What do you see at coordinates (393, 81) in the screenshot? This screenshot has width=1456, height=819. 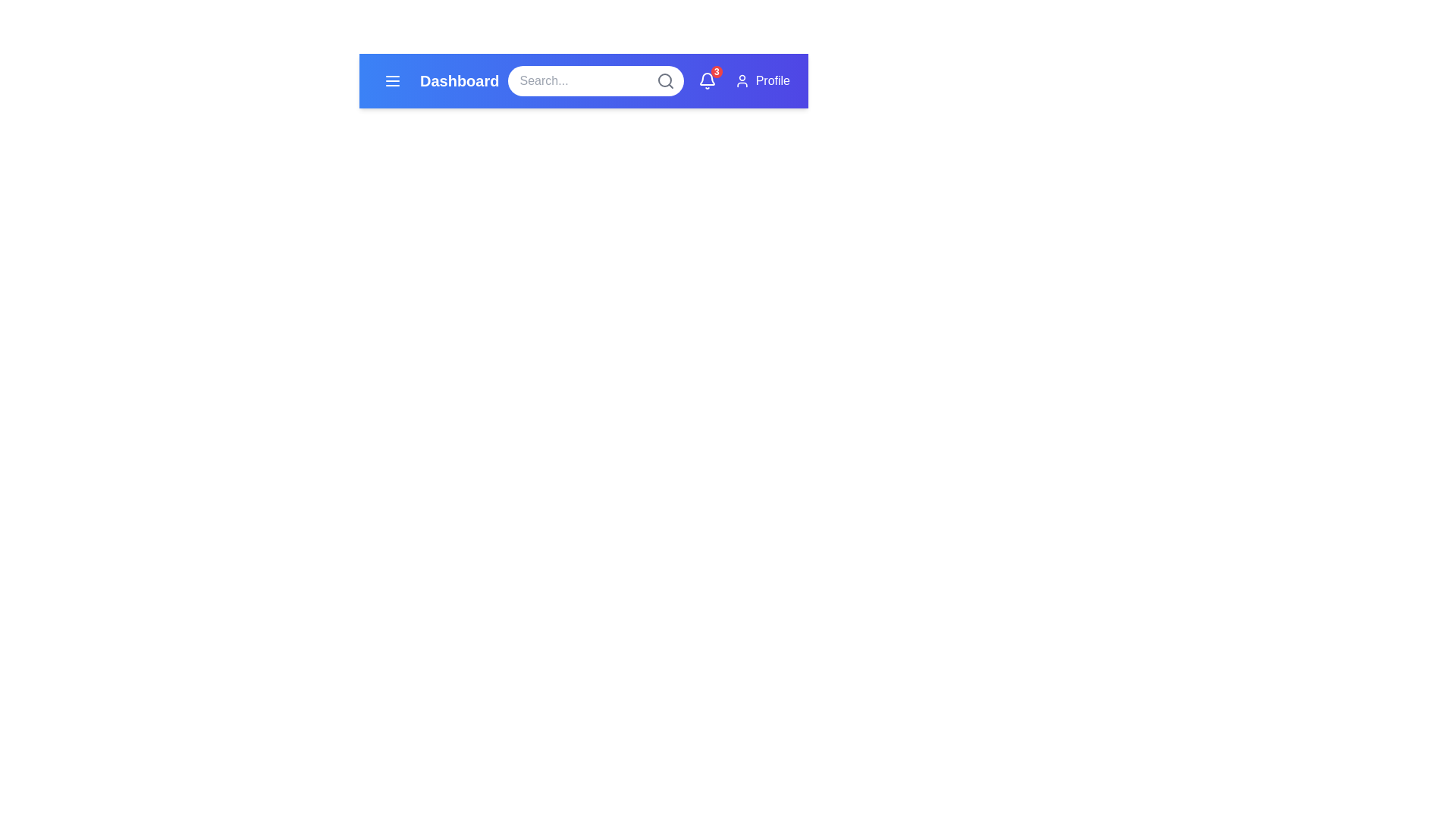 I see `the rectangular button with a blue background and a menu icon located at the top left corner of the header section` at bounding box center [393, 81].